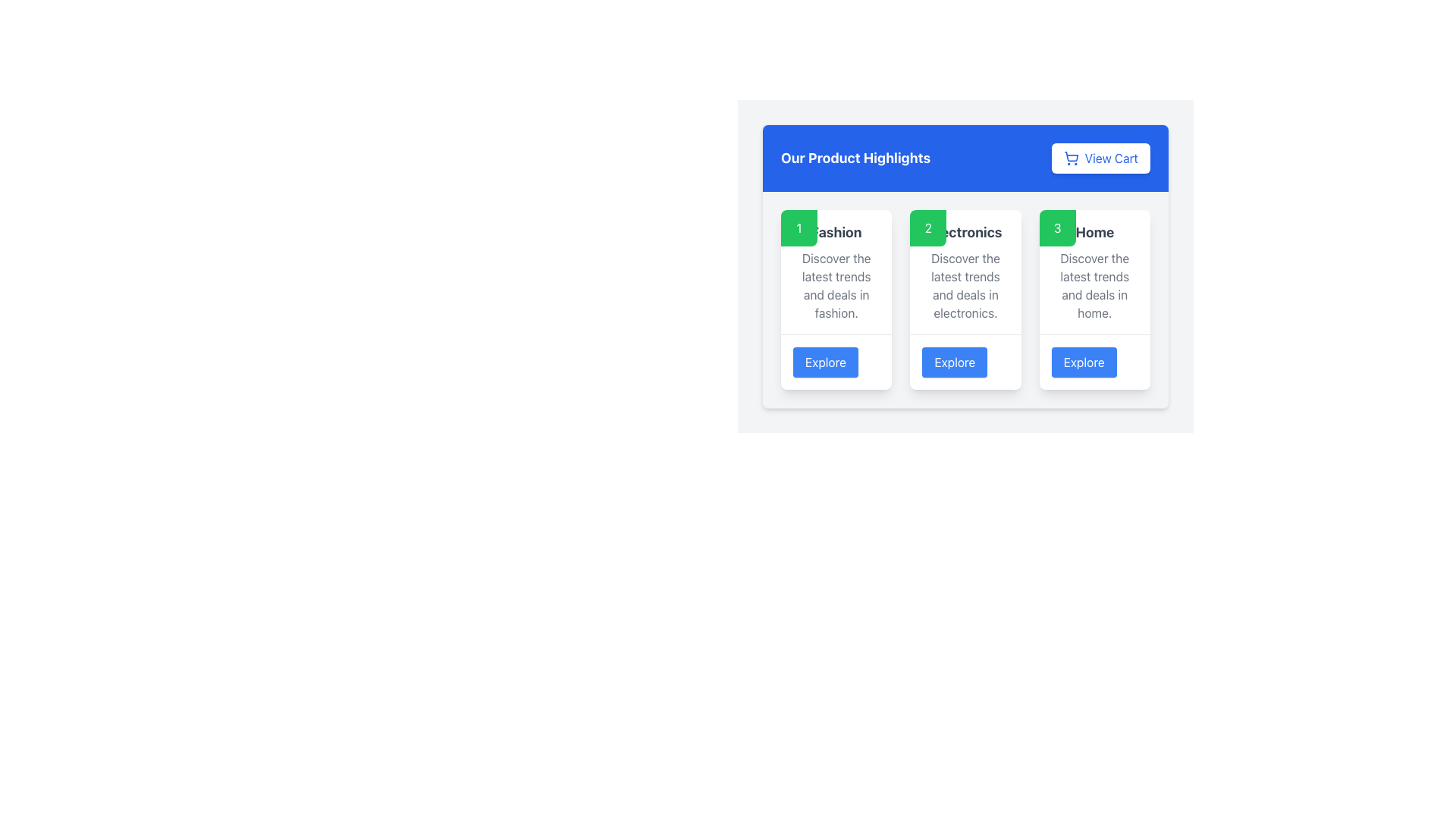 The width and height of the screenshot is (1456, 819). What do you see at coordinates (1094, 271) in the screenshot?
I see `static informational text content titled 'Home' with the description 'Discover the latest trends and deals in home.'` at bounding box center [1094, 271].